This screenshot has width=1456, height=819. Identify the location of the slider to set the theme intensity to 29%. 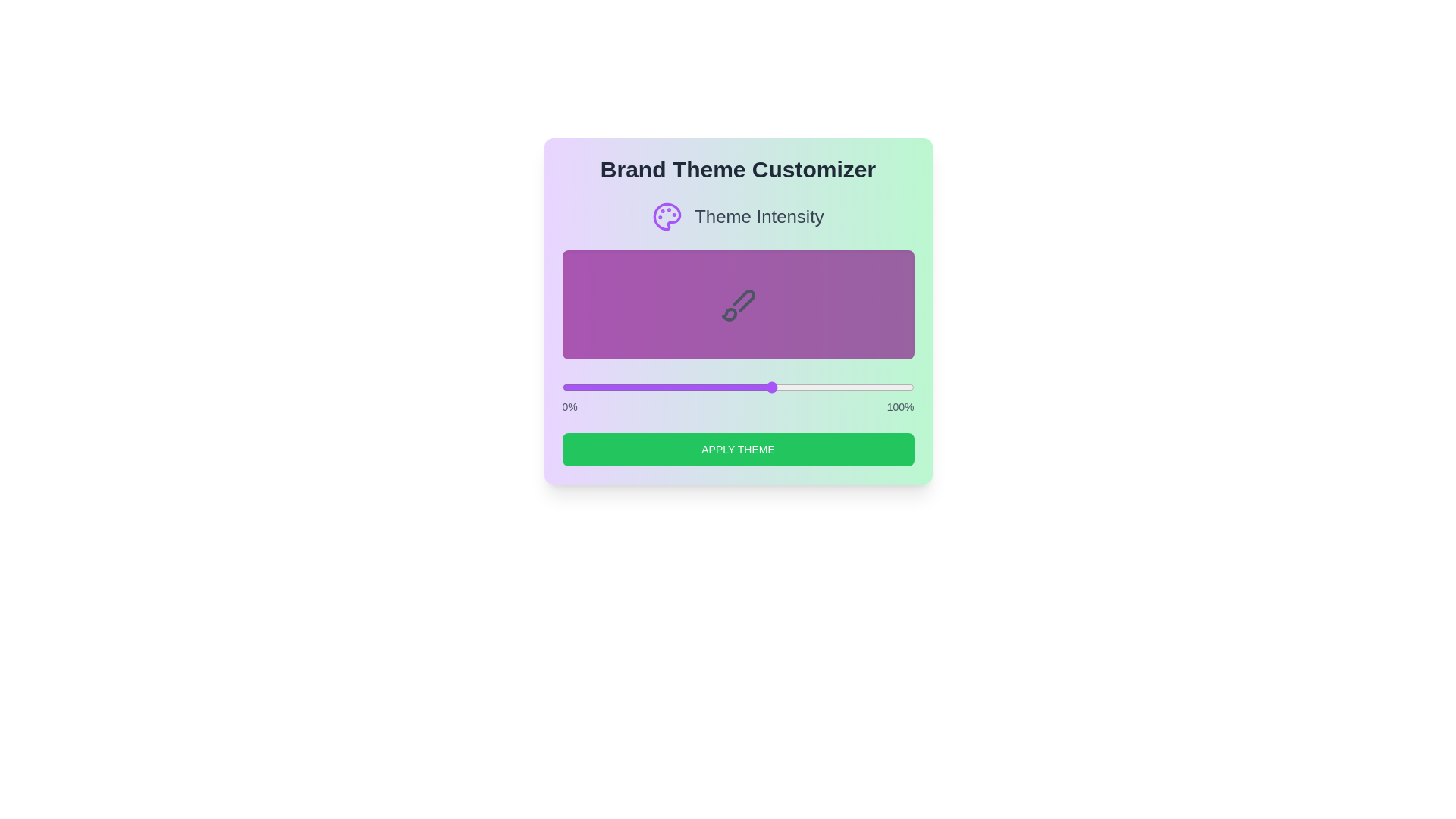
(664, 386).